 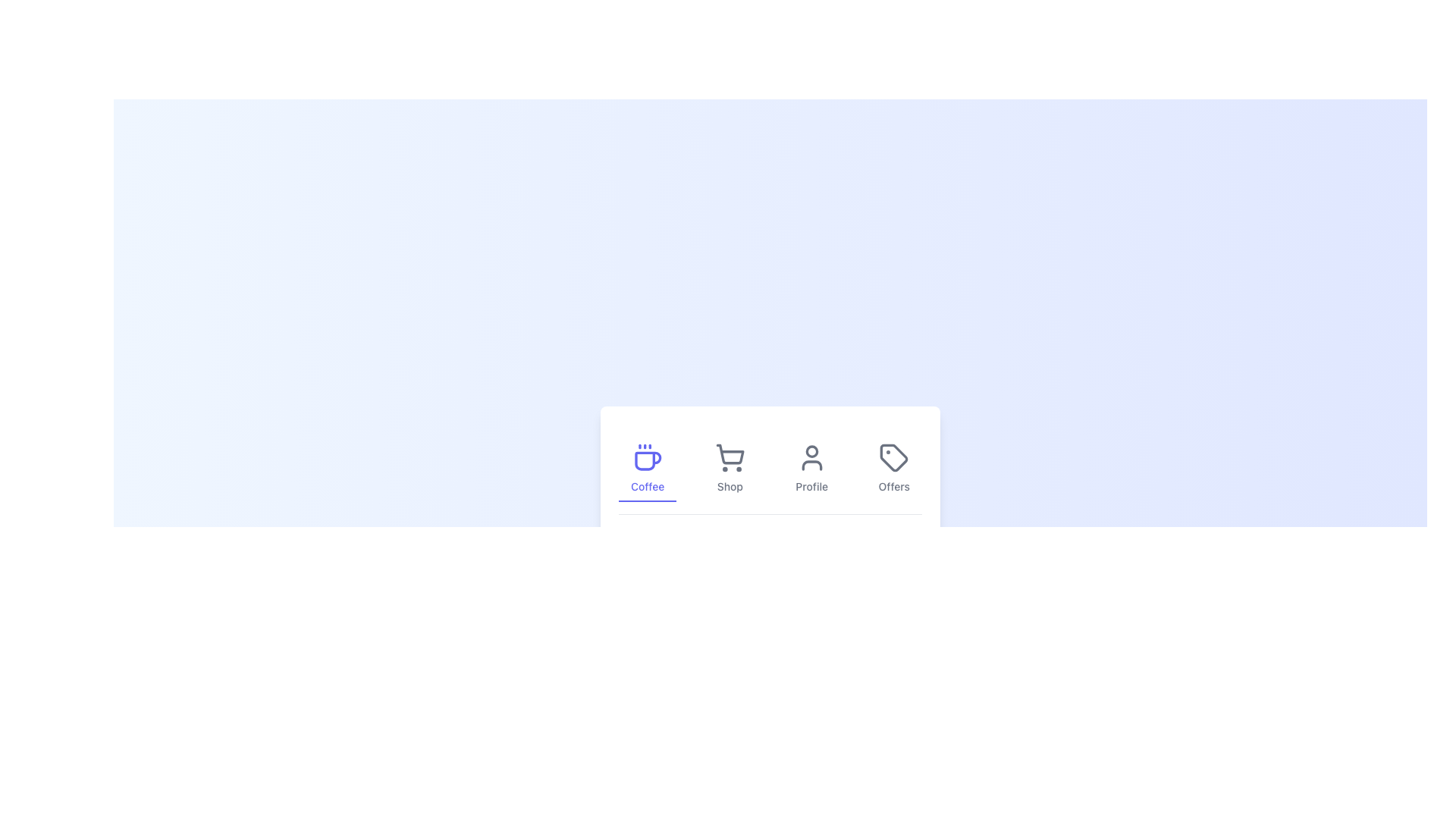 I want to click on the shopping cart icon, which is a gray wireframe cart symbol located in the bottom-centered navigation bar, directly below the 'Shop' label, so click(x=730, y=457).